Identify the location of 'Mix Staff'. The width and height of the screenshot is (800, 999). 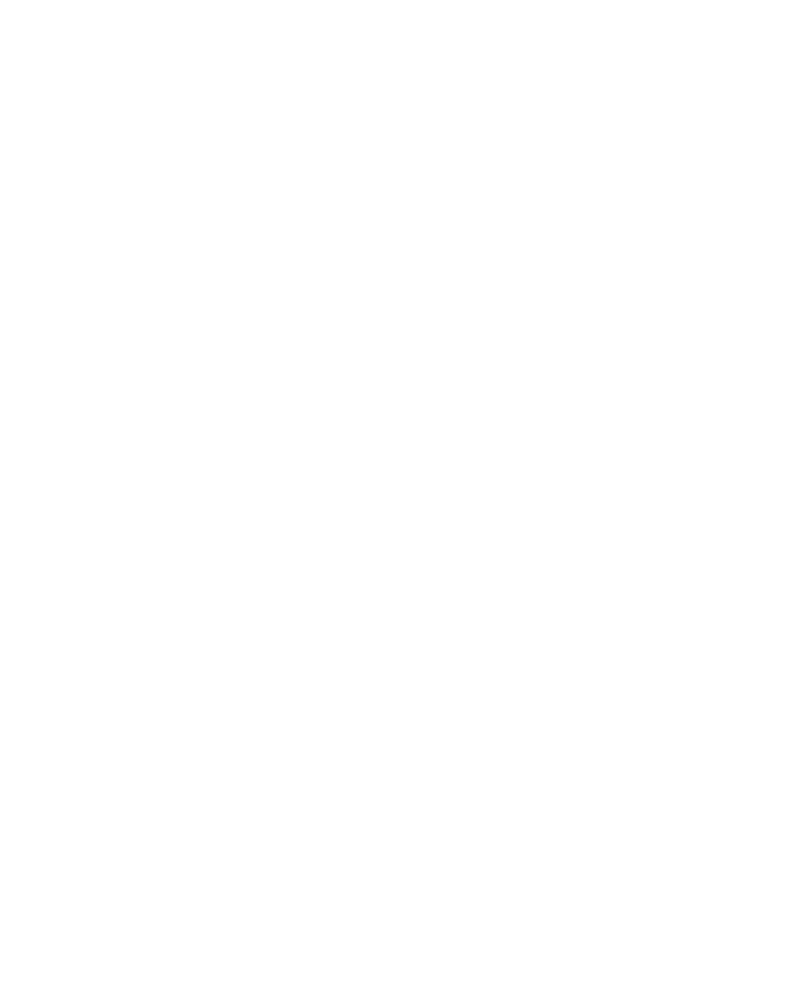
(249, 583).